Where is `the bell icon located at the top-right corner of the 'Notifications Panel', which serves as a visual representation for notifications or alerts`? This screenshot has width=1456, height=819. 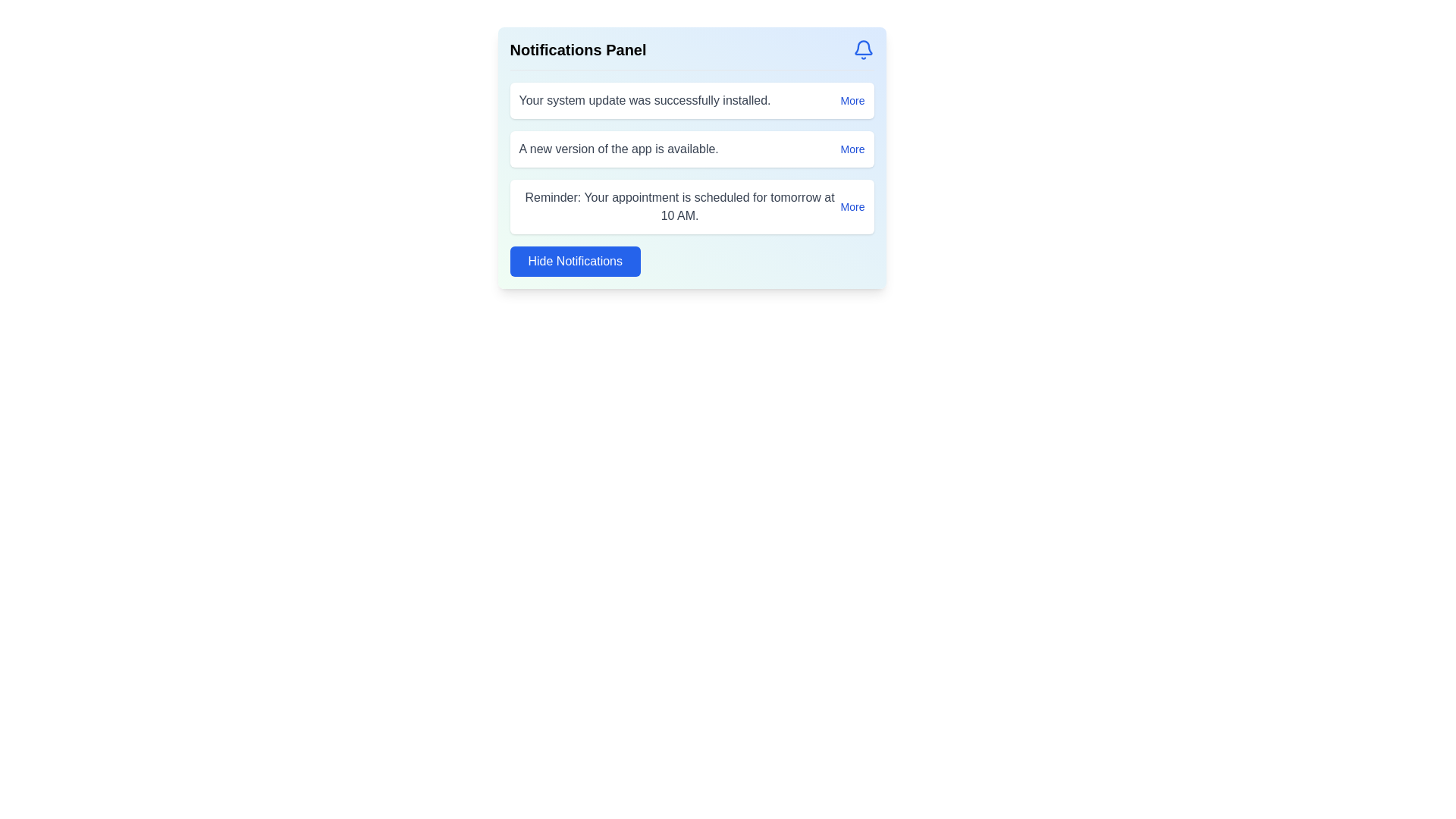 the bell icon located at the top-right corner of the 'Notifications Panel', which serves as a visual representation for notifications or alerts is located at coordinates (863, 49).